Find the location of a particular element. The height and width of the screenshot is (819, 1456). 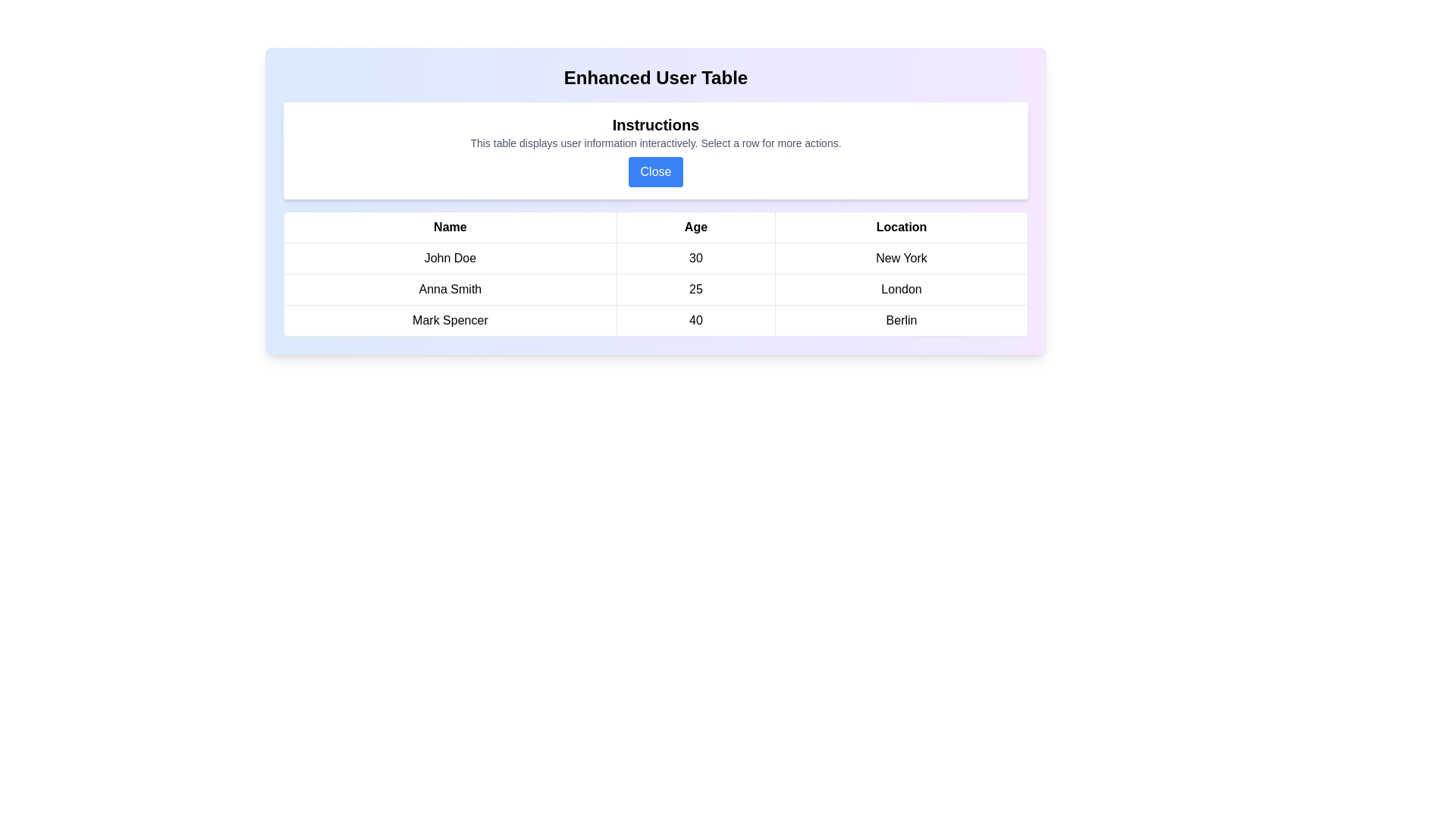

the instructional text element, which is a smaller font size, light gray colored text located below the 'Instructions' heading and above the 'Close' button is located at coordinates (655, 143).